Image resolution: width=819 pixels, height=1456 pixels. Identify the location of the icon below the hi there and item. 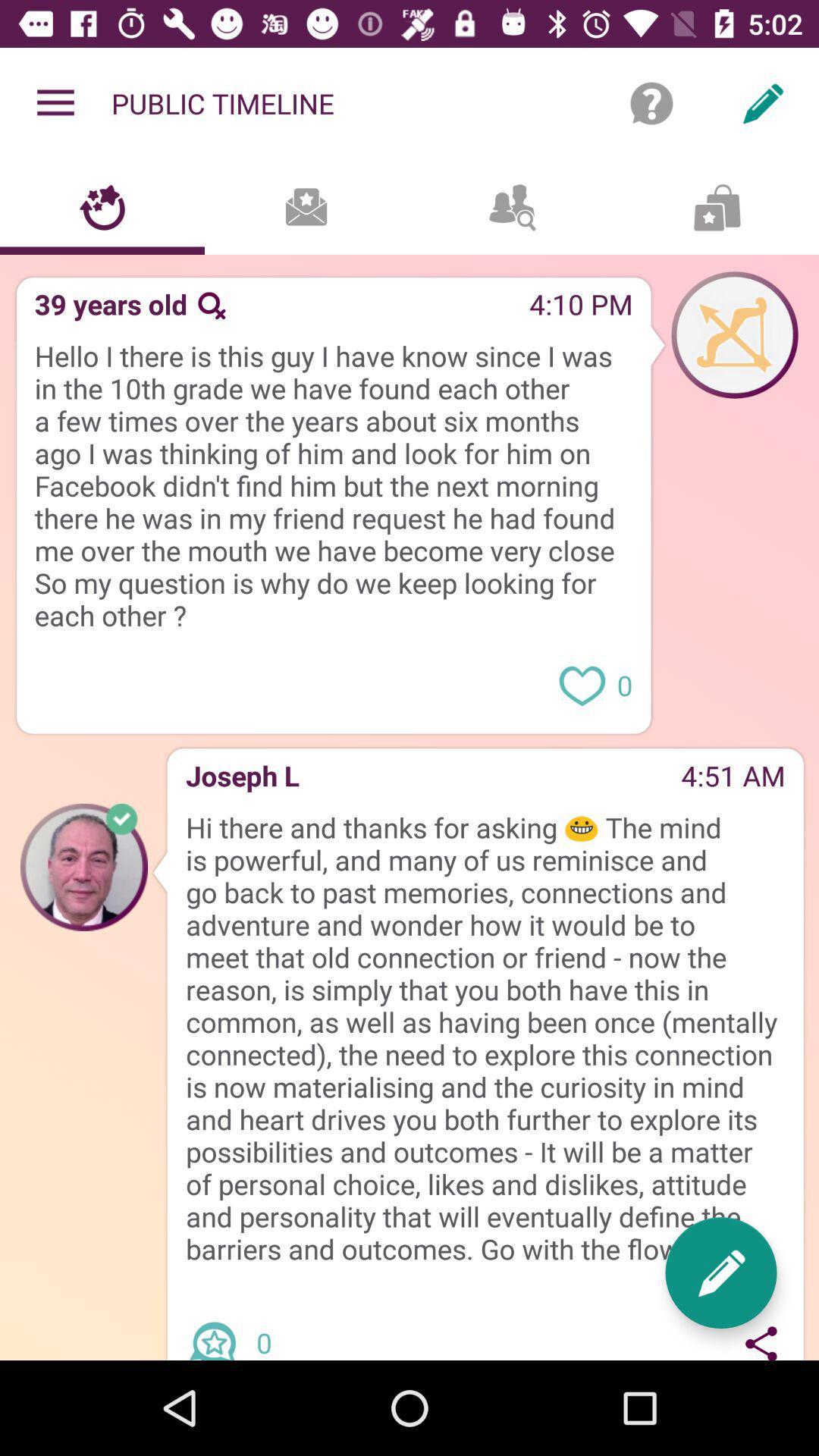
(218, 1327).